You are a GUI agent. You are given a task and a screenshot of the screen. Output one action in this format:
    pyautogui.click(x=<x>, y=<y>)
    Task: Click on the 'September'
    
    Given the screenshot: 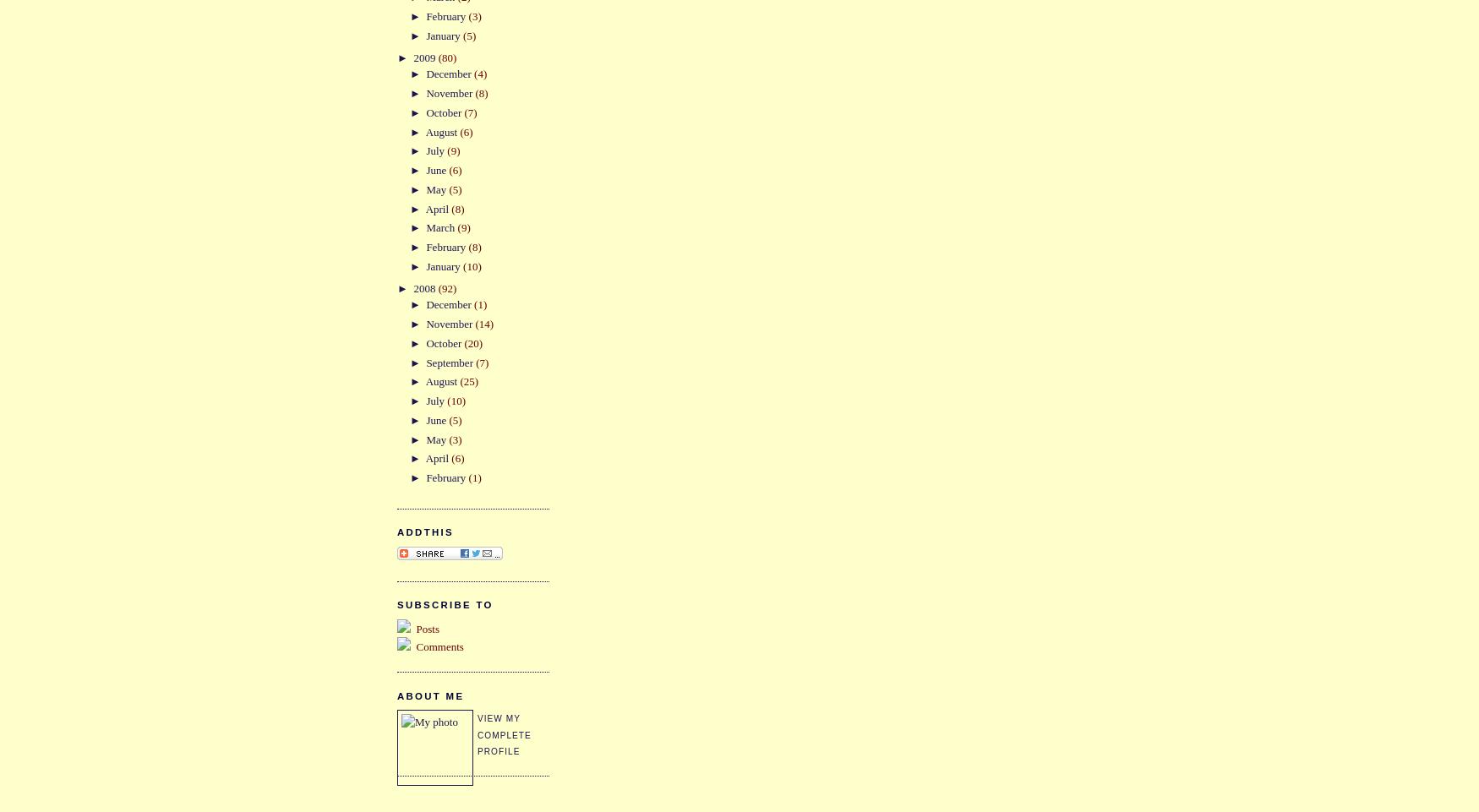 What is the action you would take?
    pyautogui.click(x=424, y=361)
    